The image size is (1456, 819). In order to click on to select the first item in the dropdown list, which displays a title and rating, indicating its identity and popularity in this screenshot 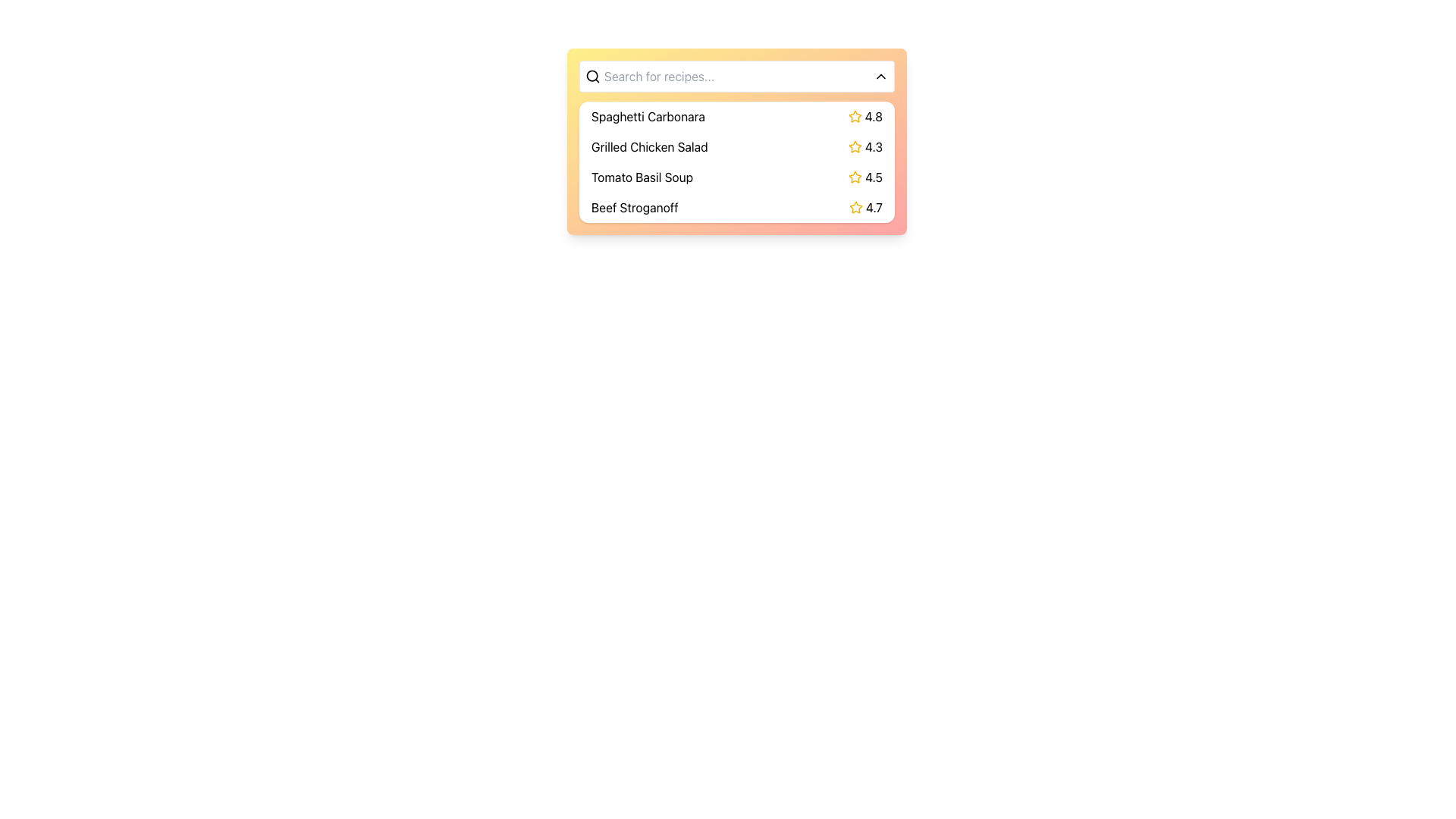, I will do `click(736, 116)`.